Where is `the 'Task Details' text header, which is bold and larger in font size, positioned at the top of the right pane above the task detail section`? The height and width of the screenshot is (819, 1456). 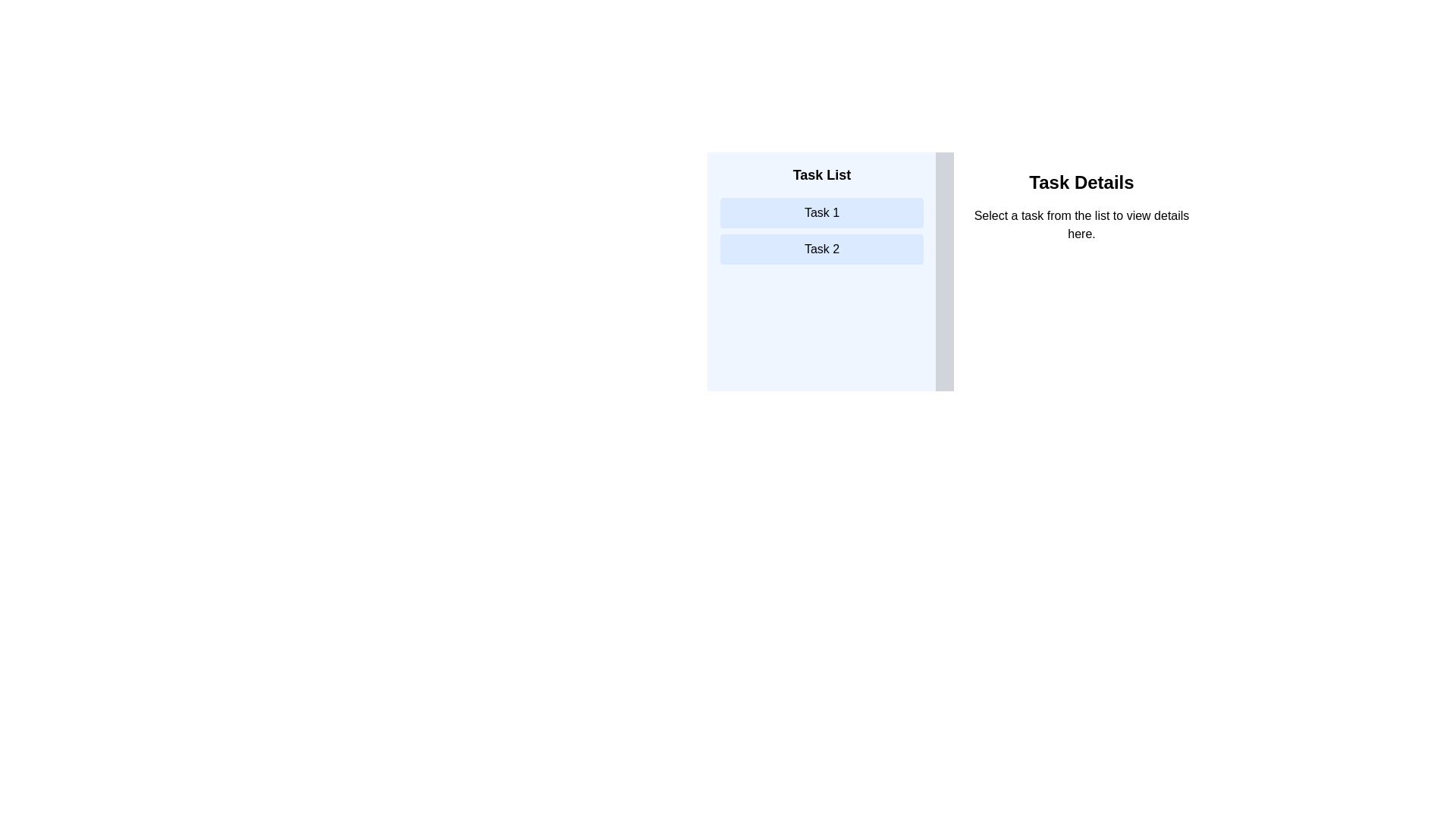 the 'Task Details' text header, which is bold and larger in font size, positioned at the top of the right pane above the task detail section is located at coordinates (1081, 181).